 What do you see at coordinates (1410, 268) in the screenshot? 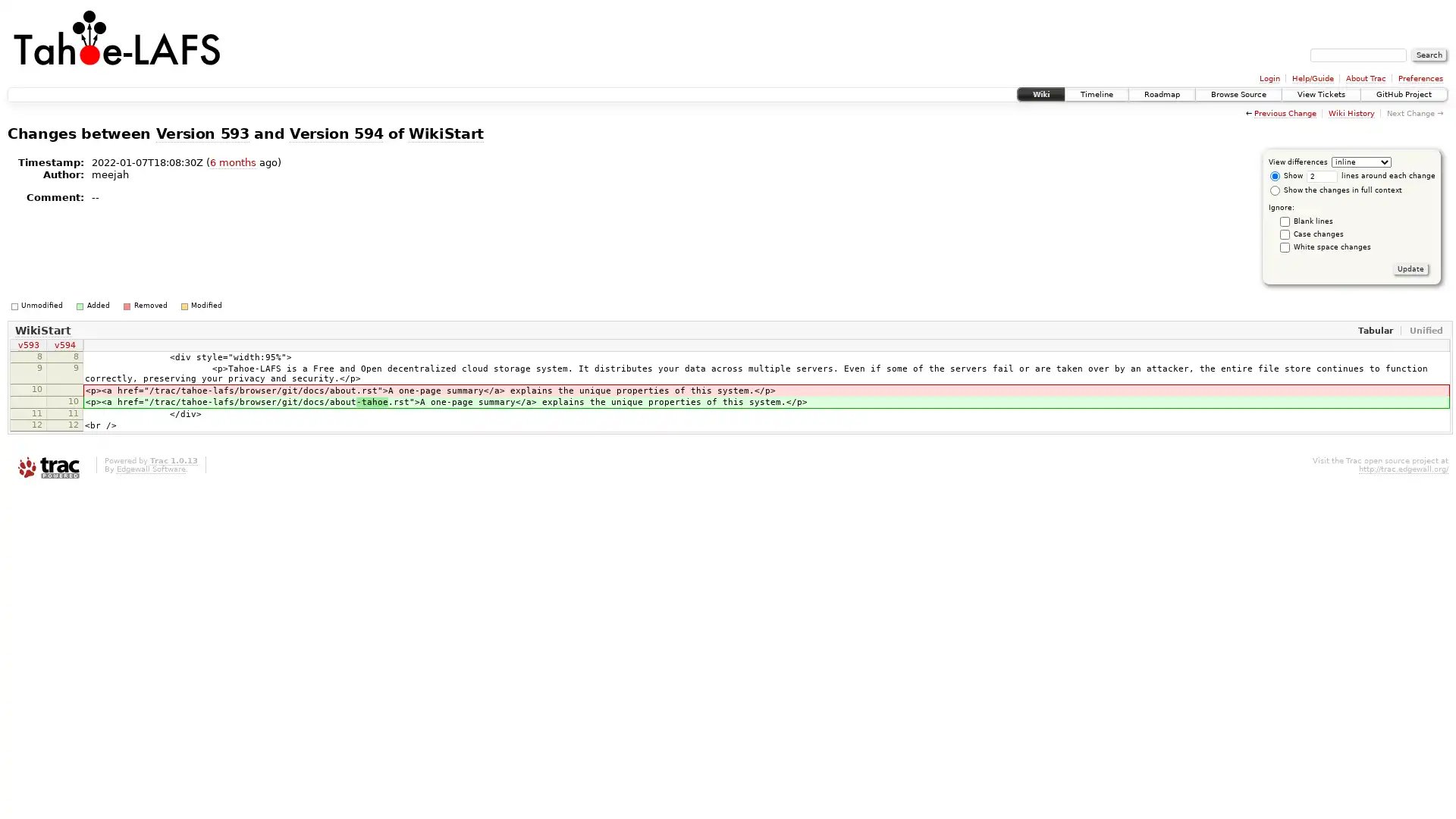
I see `Update` at bounding box center [1410, 268].